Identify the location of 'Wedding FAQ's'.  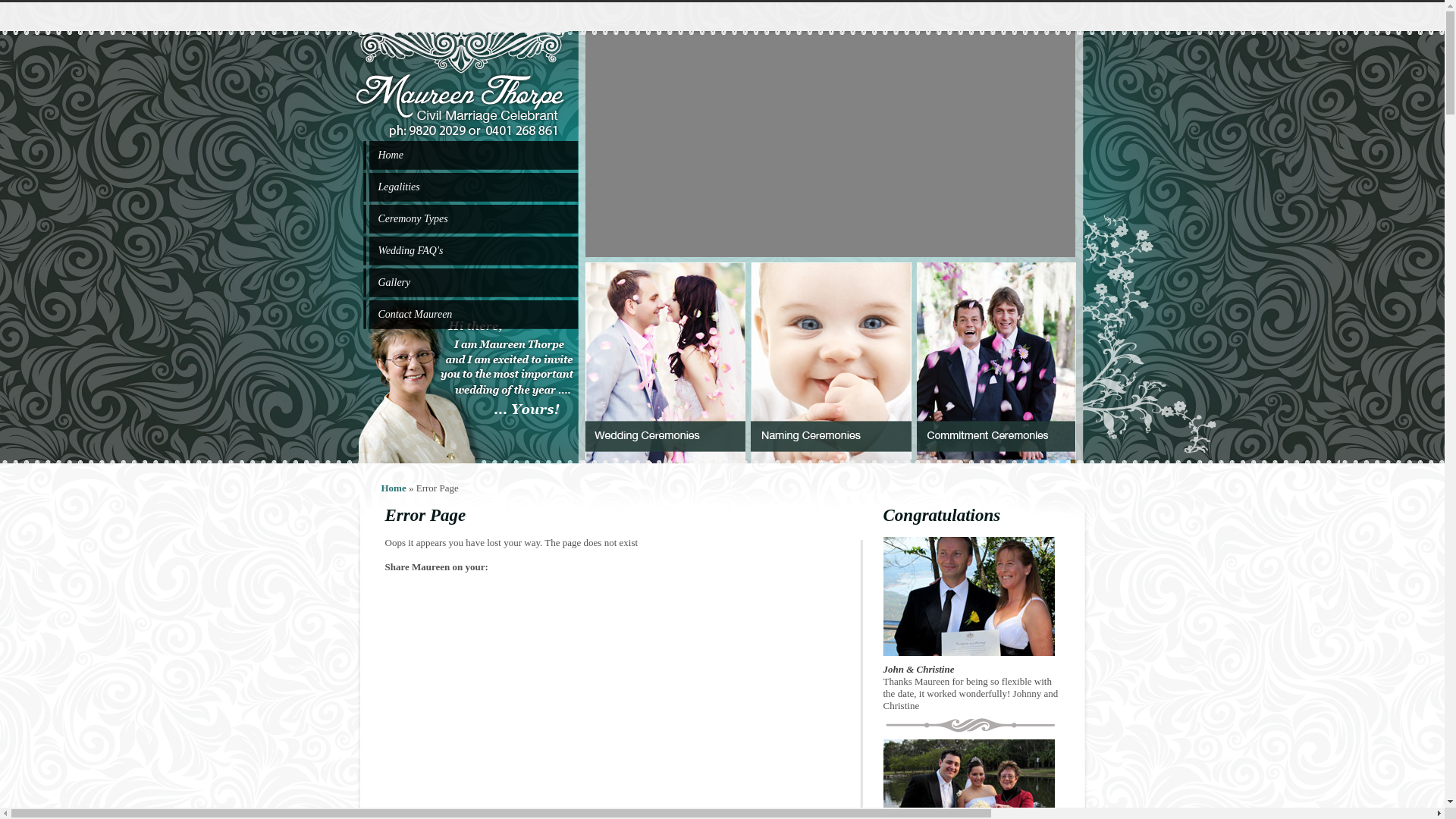
(378, 249).